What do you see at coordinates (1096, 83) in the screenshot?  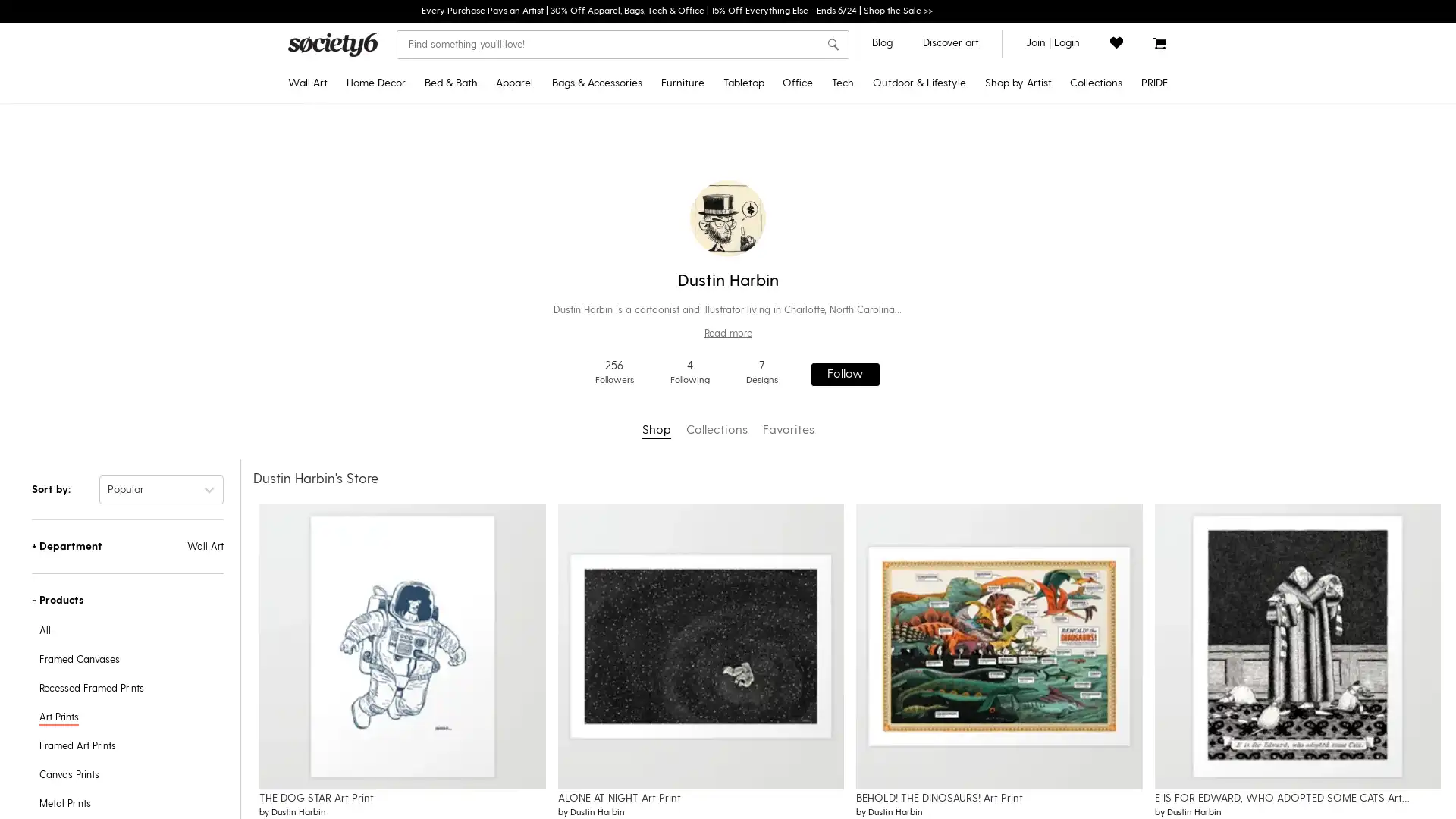 I see `Collections` at bounding box center [1096, 83].